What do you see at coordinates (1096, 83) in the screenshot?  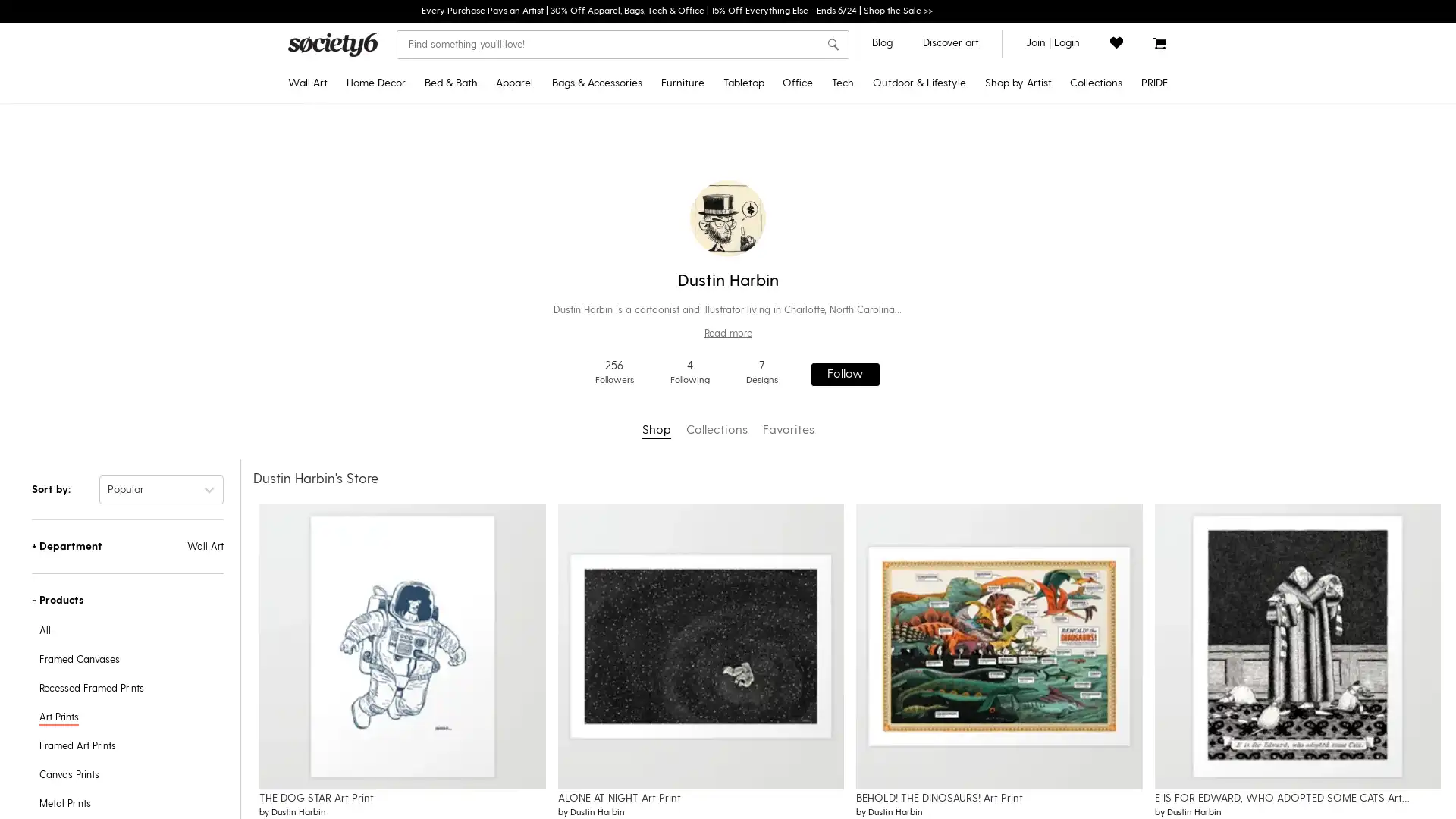 I see `Collections` at bounding box center [1096, 83].